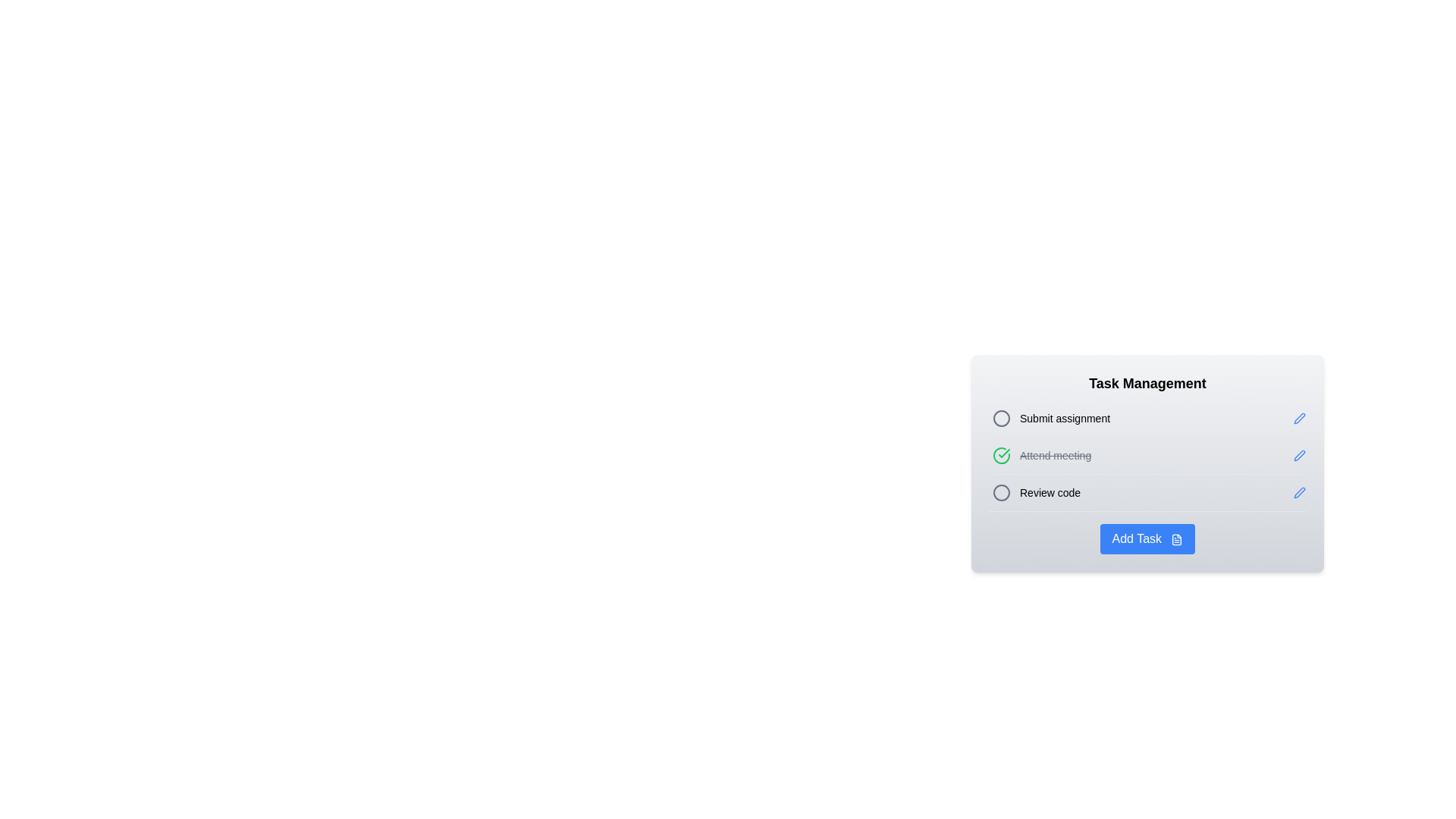 The width and height of the screenshot is (1456, 819). Describe the element at coordinates (1050, 493) in the screenshot. I see `the 'Review code' text label element, which is the third item in a vertical list within the task management section, aligned horizontally with a circle icon on the left and an edit icon on the right` at that location.